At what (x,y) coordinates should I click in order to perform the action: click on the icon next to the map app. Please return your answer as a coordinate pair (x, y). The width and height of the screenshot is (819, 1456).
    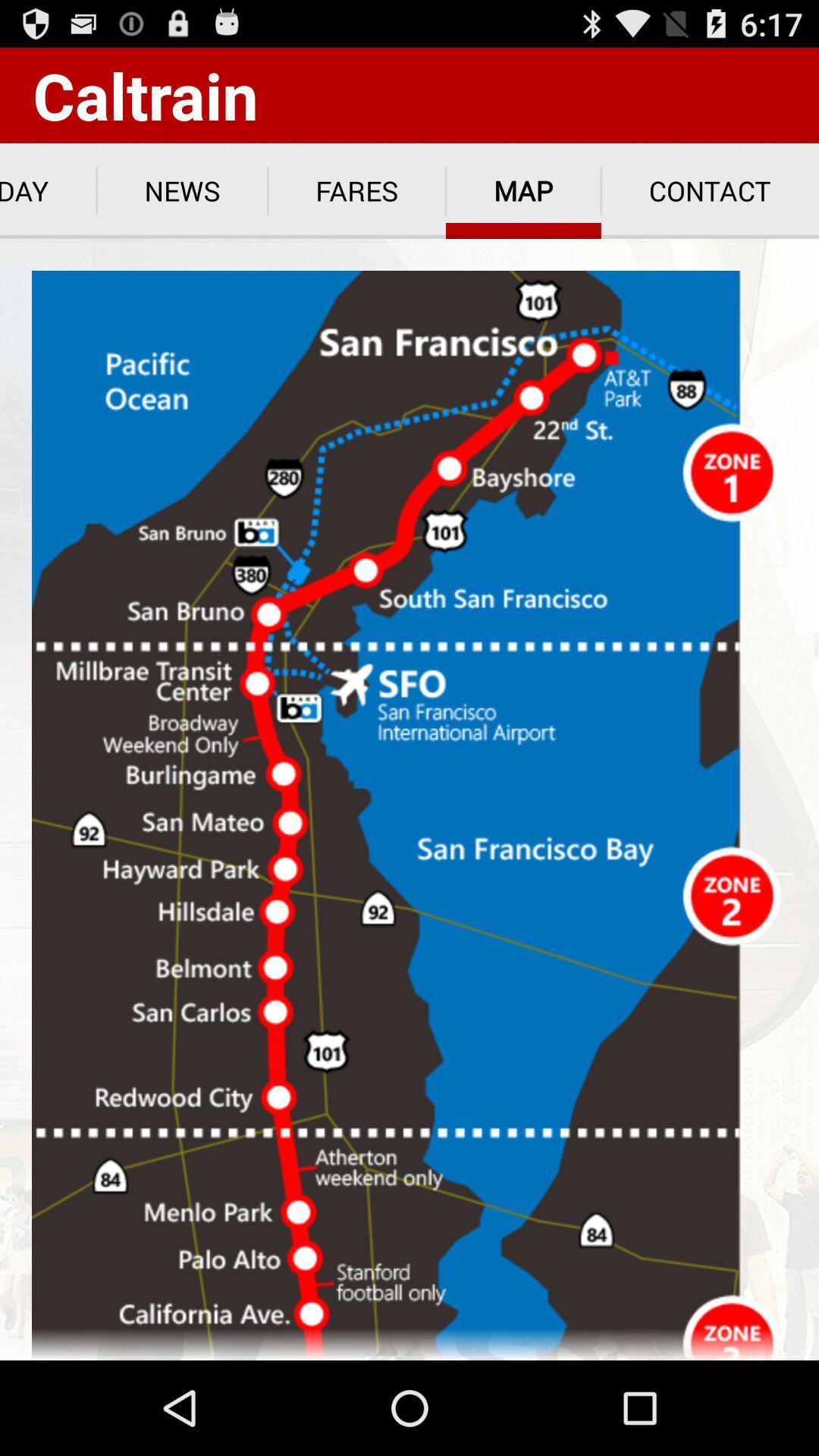
    Looking at the image, I should click on (356, 190).